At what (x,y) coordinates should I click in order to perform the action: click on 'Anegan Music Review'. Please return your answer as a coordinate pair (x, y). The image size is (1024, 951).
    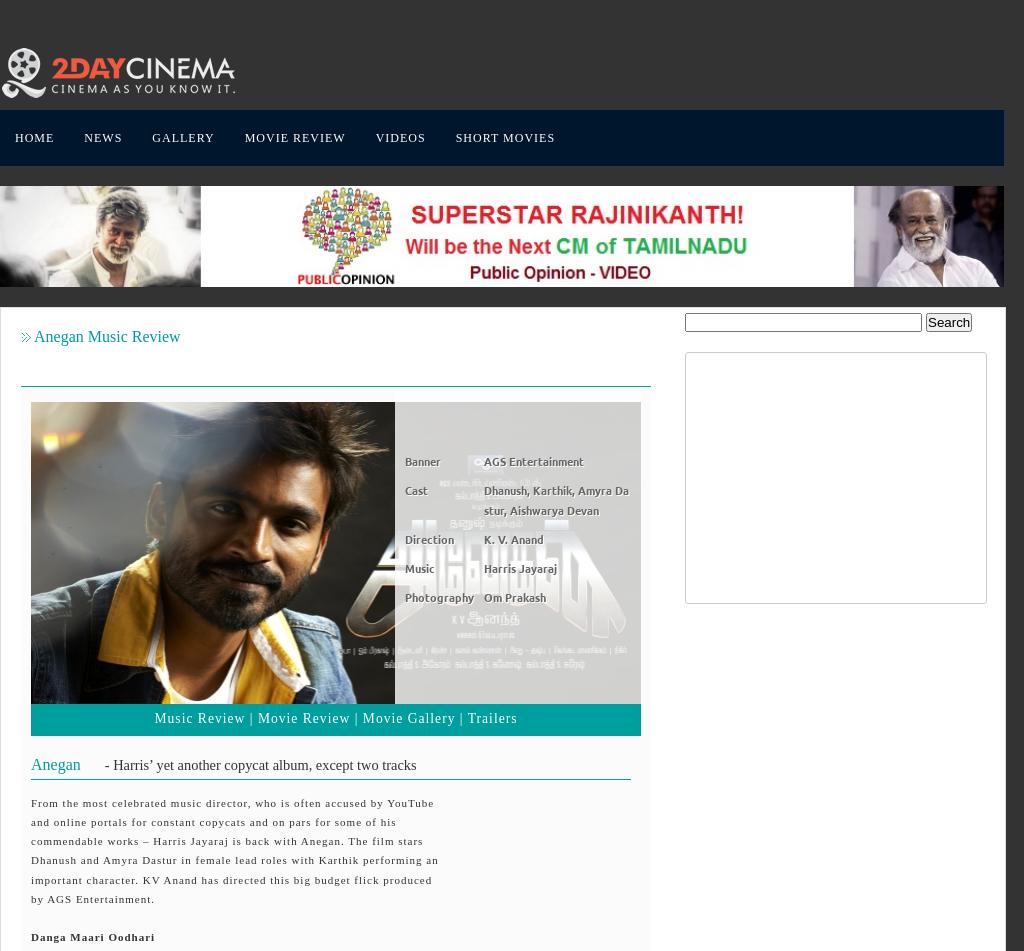
    Looking at the image, I should click on (33, 336).